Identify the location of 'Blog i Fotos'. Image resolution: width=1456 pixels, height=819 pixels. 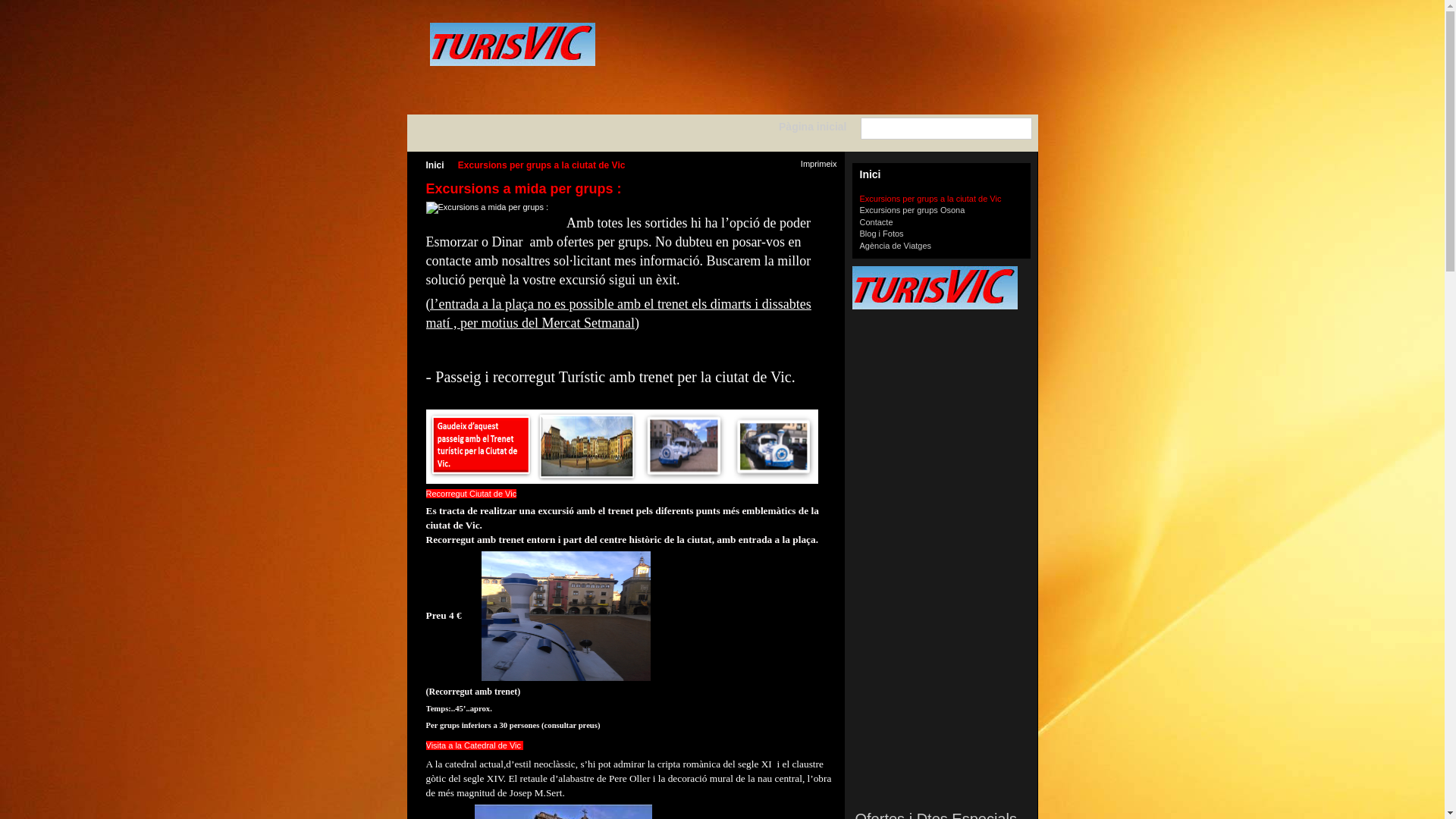
(881, 234).